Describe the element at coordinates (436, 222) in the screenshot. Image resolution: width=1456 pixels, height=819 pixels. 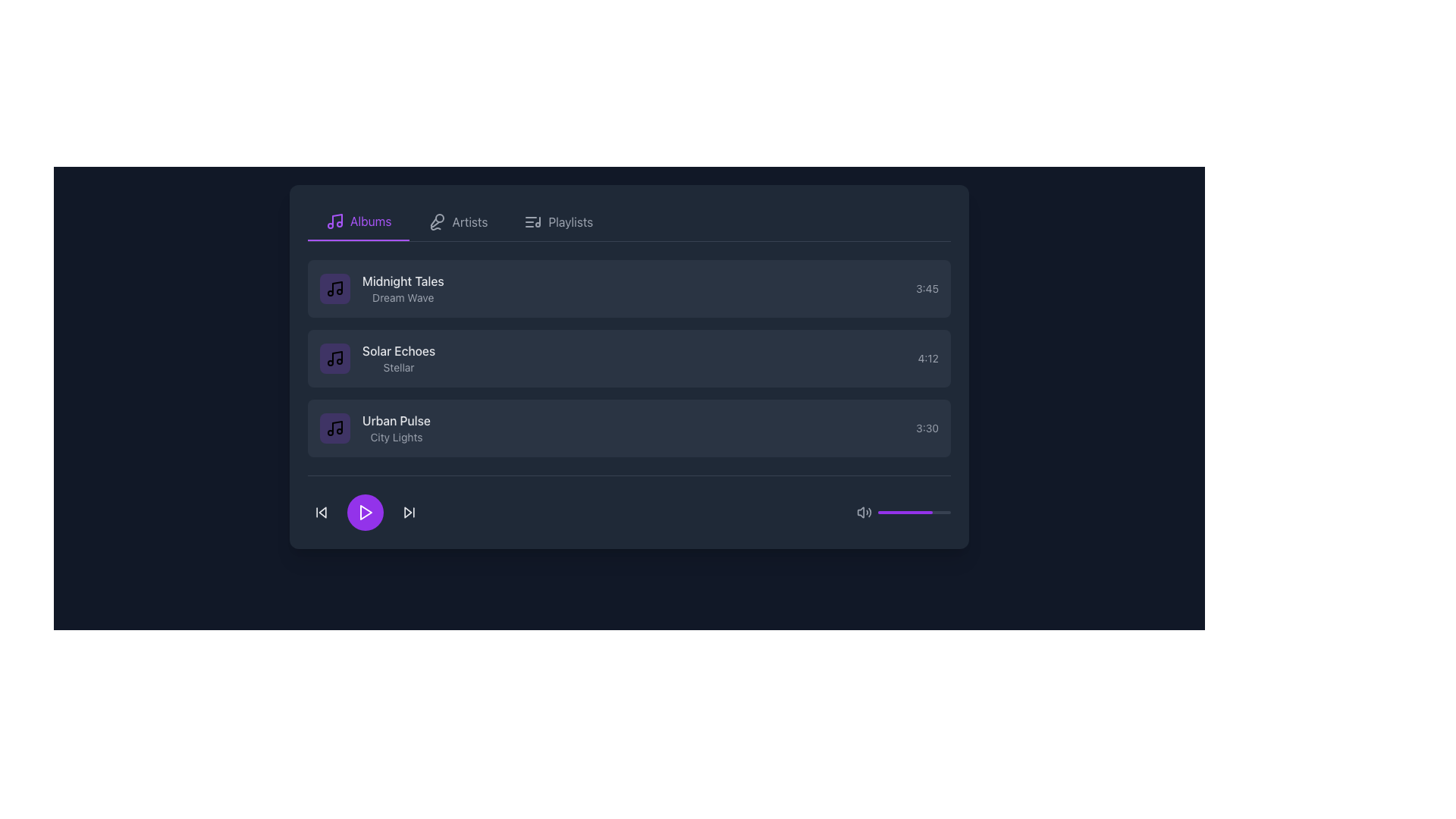
I see `the icon representing the 'Artists' section located within the navigation bar, positioned between the 'Albums' and 'Playlists' sections` at that location.